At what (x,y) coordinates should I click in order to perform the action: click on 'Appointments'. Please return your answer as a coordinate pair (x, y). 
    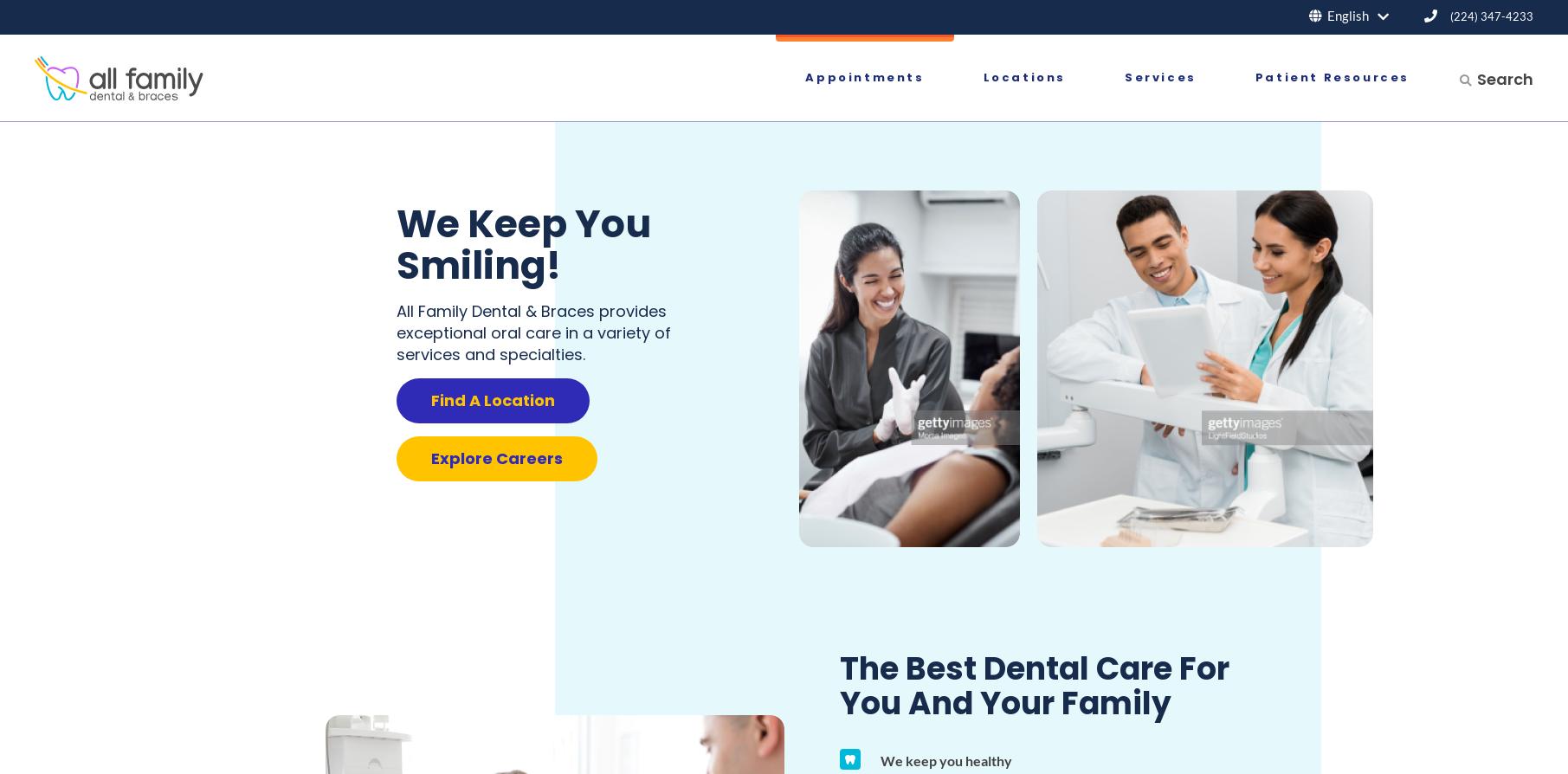
    Looking at the image, I should click on (803, 77).